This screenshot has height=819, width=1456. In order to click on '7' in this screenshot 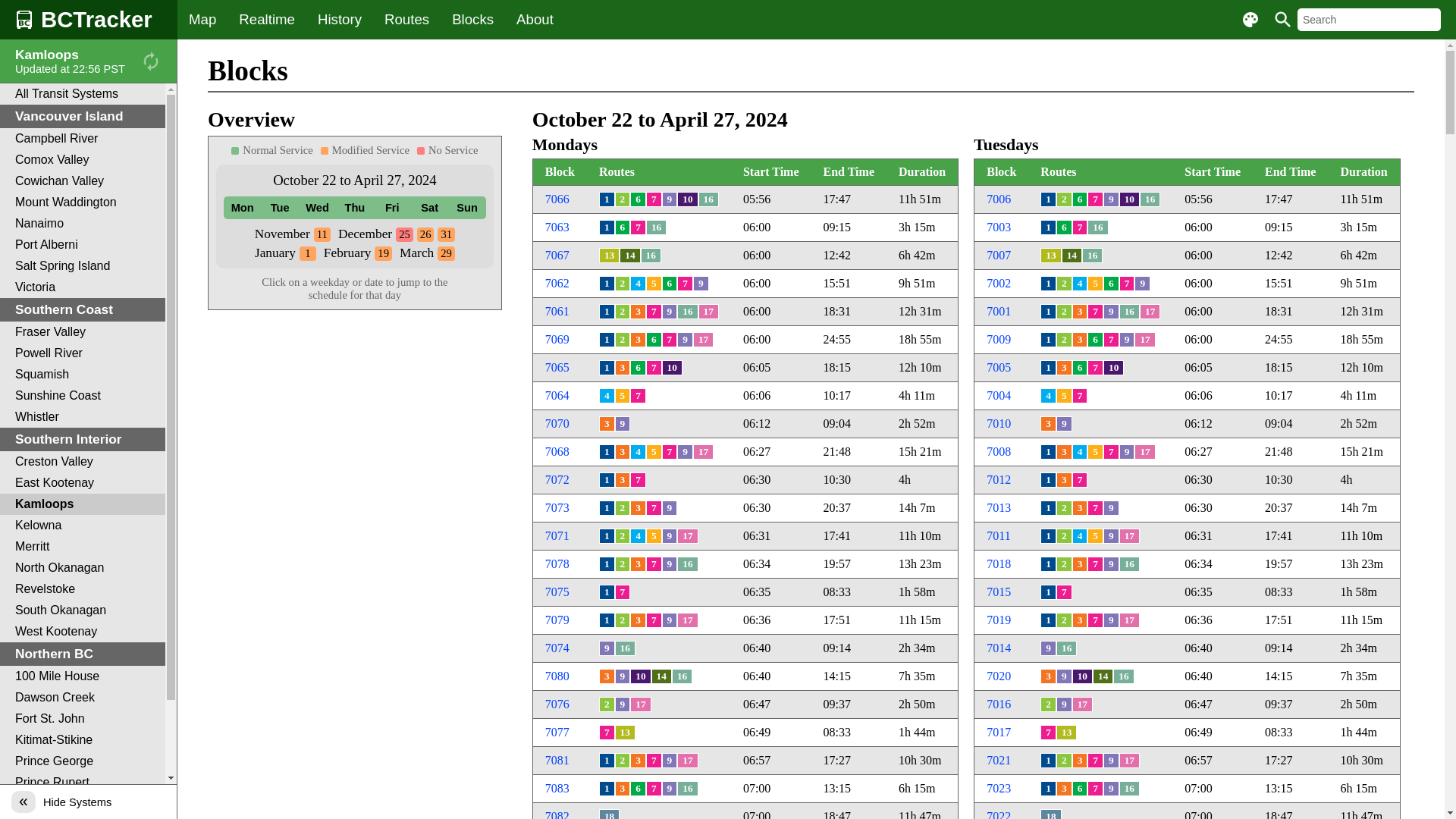, I will do `click(654, 620)`.